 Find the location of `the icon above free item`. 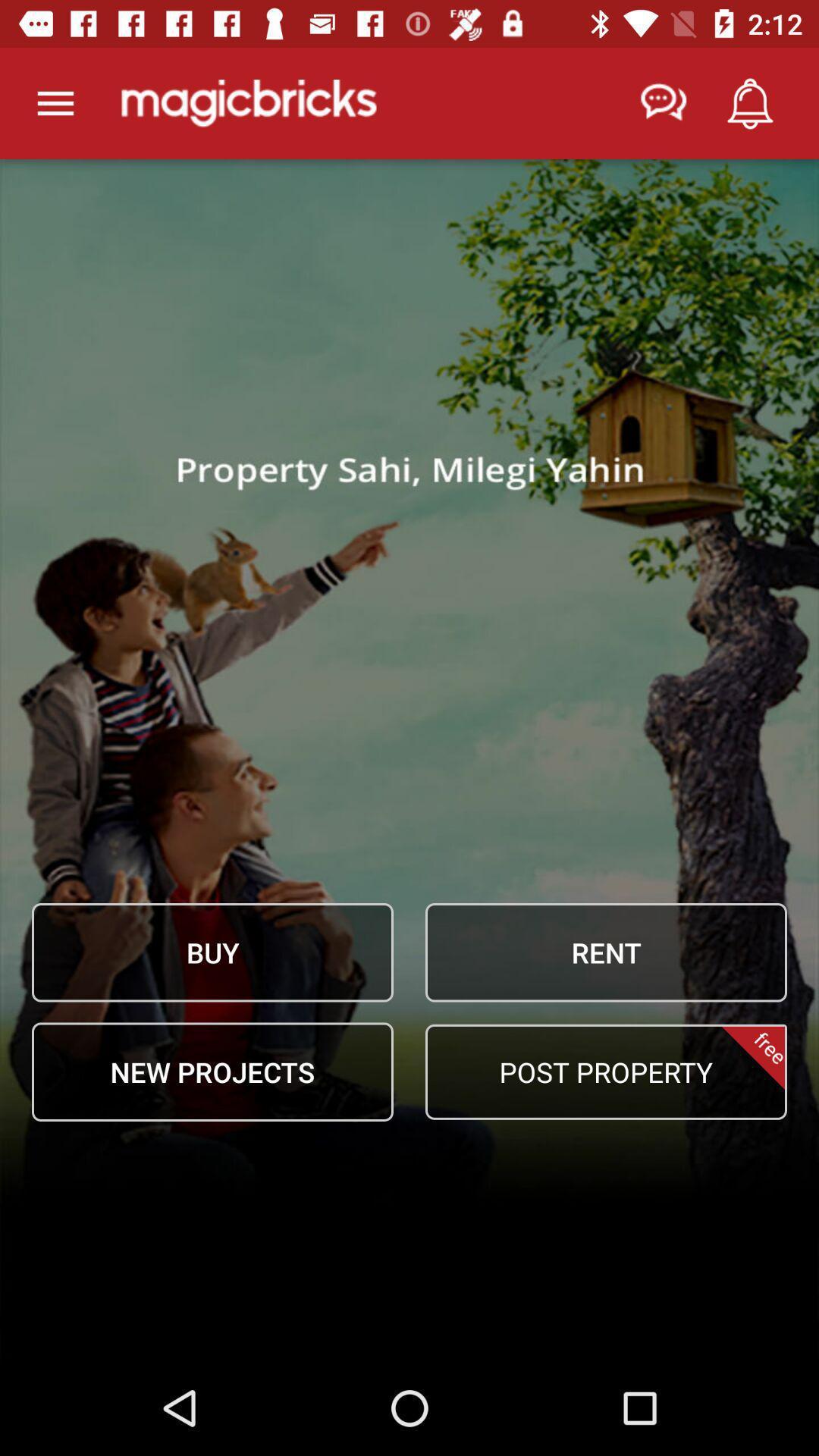

the icon above free item is located at coordinates (605, 952).